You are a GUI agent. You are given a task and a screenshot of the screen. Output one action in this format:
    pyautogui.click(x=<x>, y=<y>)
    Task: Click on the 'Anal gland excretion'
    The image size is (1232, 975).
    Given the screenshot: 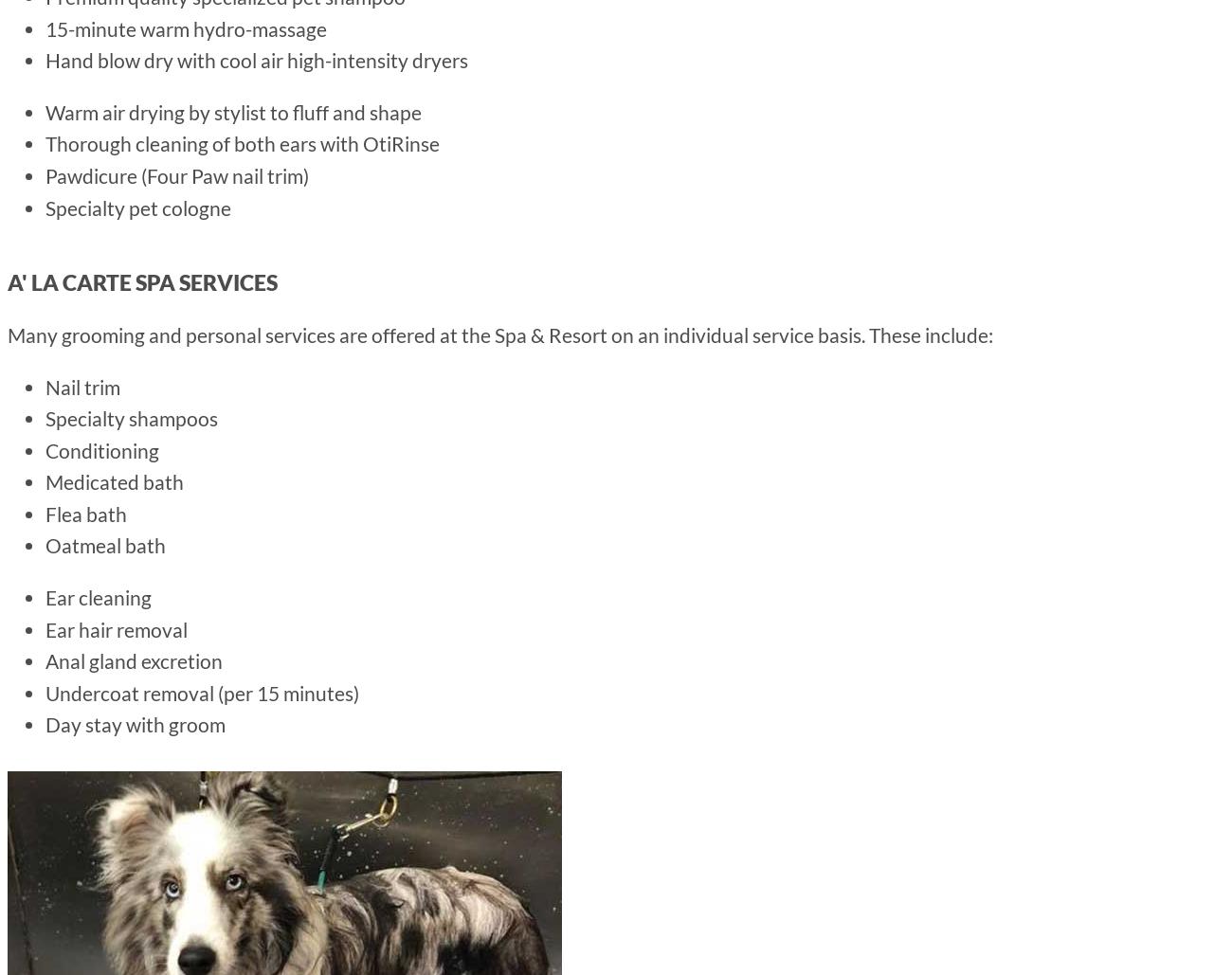 What is the action you would take?
    pyautogui.click(x=44, y=659)
    